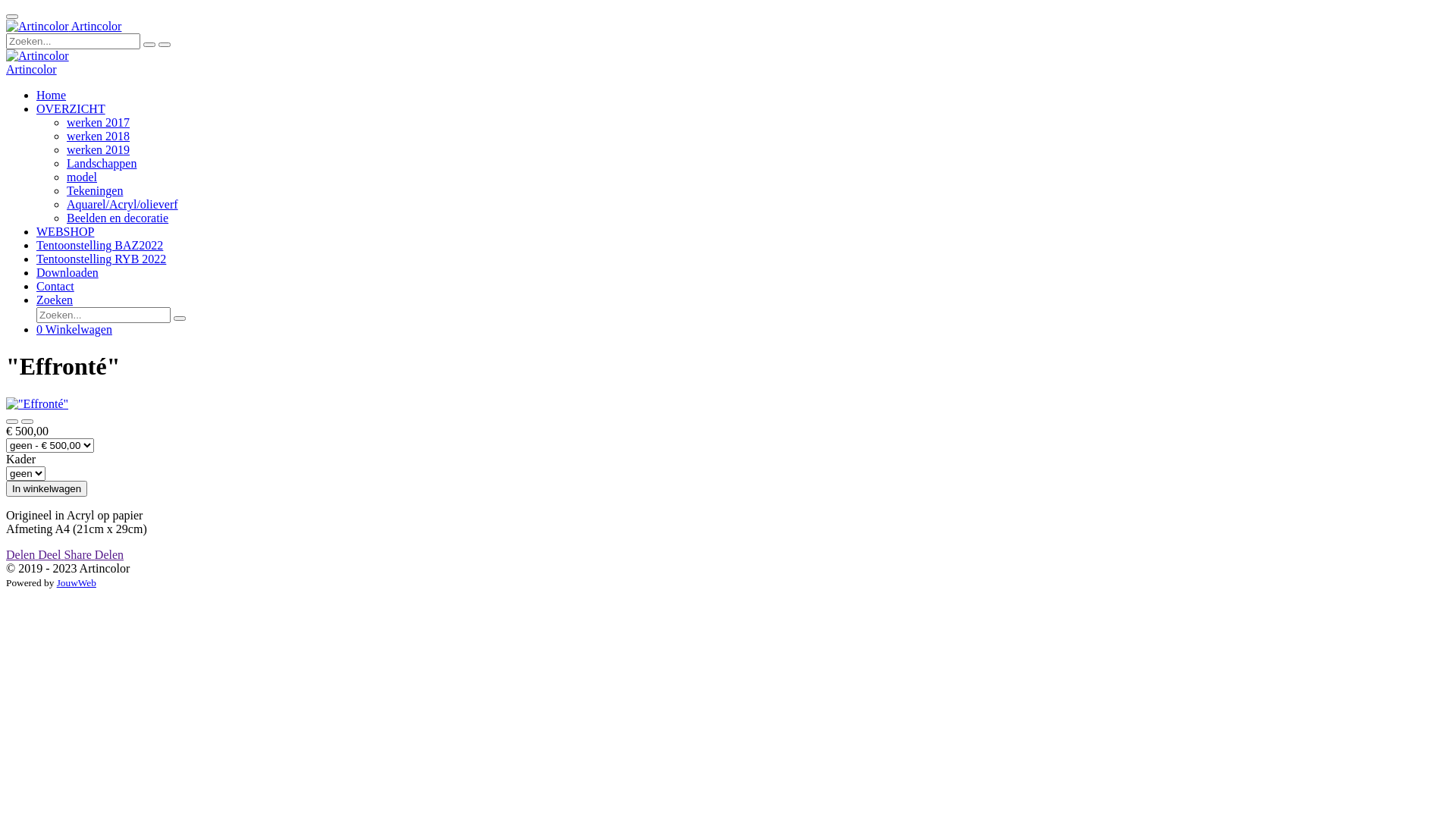 This screenshot has width=1456, height=819. I want to click on '0 Winkelwagen', so click(36, 328).